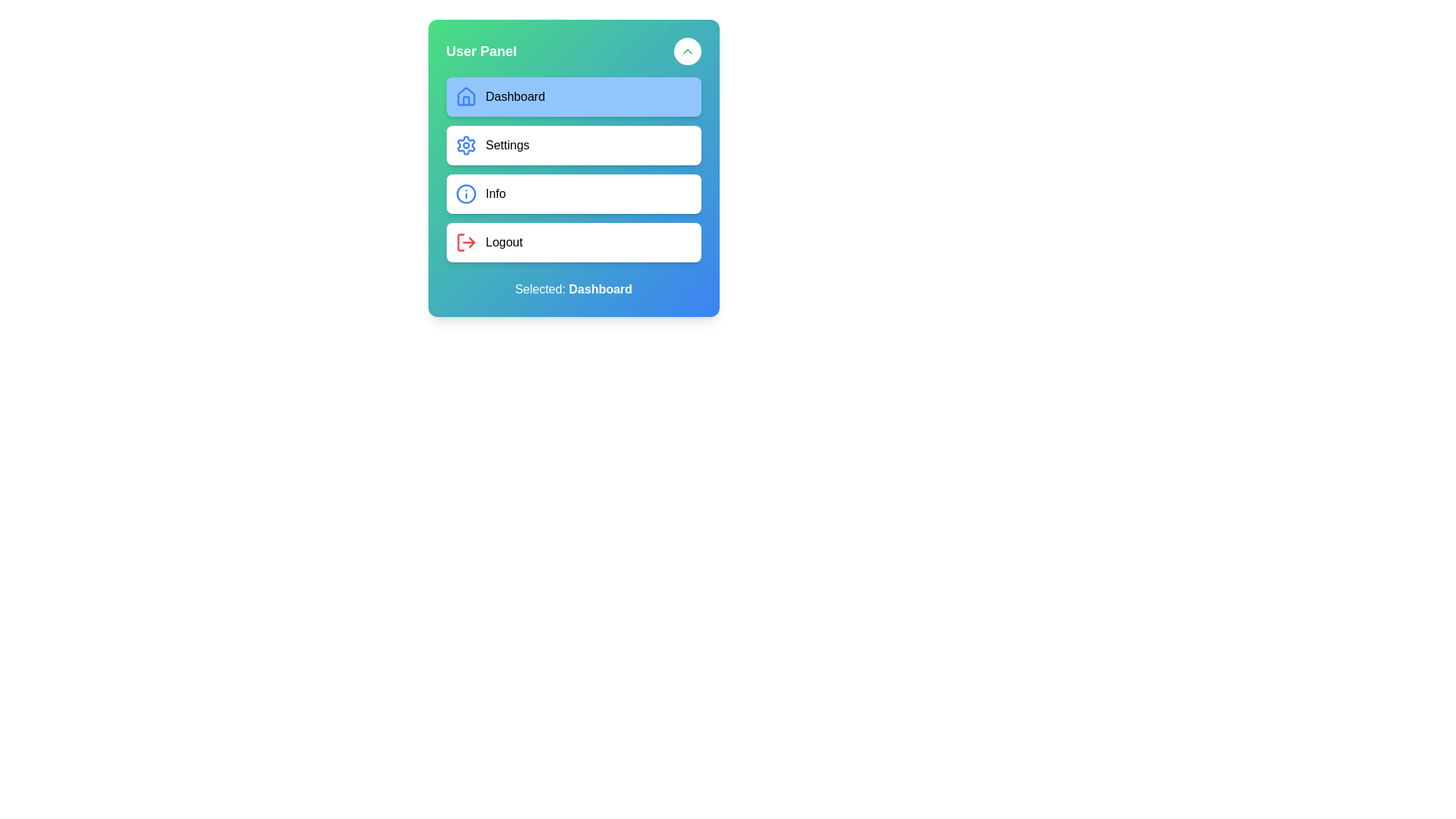 This screenshot has height=819, width=1456. Describe the element at coordinates (686, 51) in the screenshot. I see `the circular button with a white background and green upward-pointing chevron icon located at the top-right corner of the 'User Panel'` at that location.